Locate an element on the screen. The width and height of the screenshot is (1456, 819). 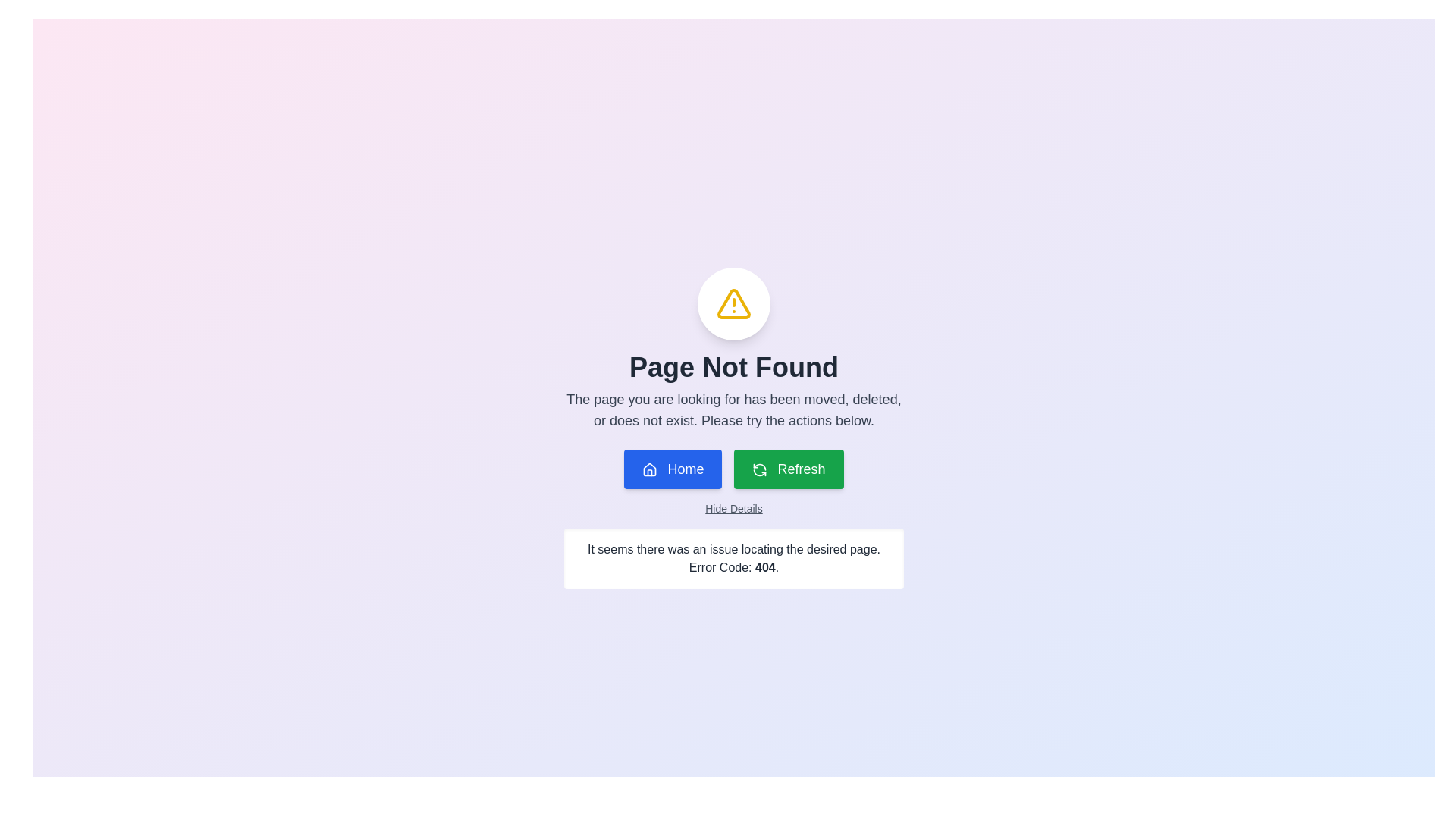
the navigation button located on the left side of the horizontally spaced pair of buttons, positioned below the 'Page Not Found' headline is located at coordinates (673, 468).